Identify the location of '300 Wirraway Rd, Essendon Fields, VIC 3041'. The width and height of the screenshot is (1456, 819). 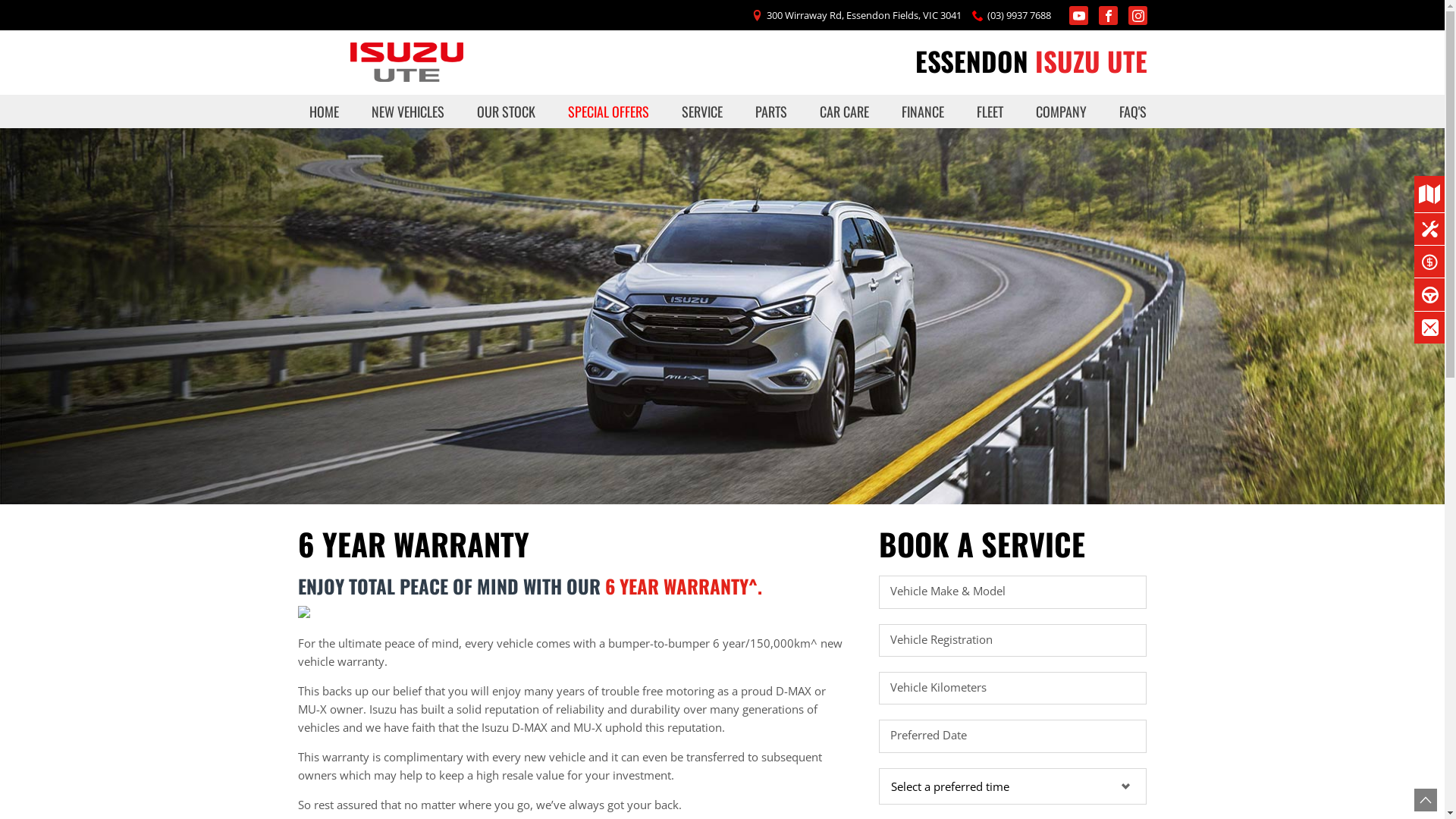
(863, 15).